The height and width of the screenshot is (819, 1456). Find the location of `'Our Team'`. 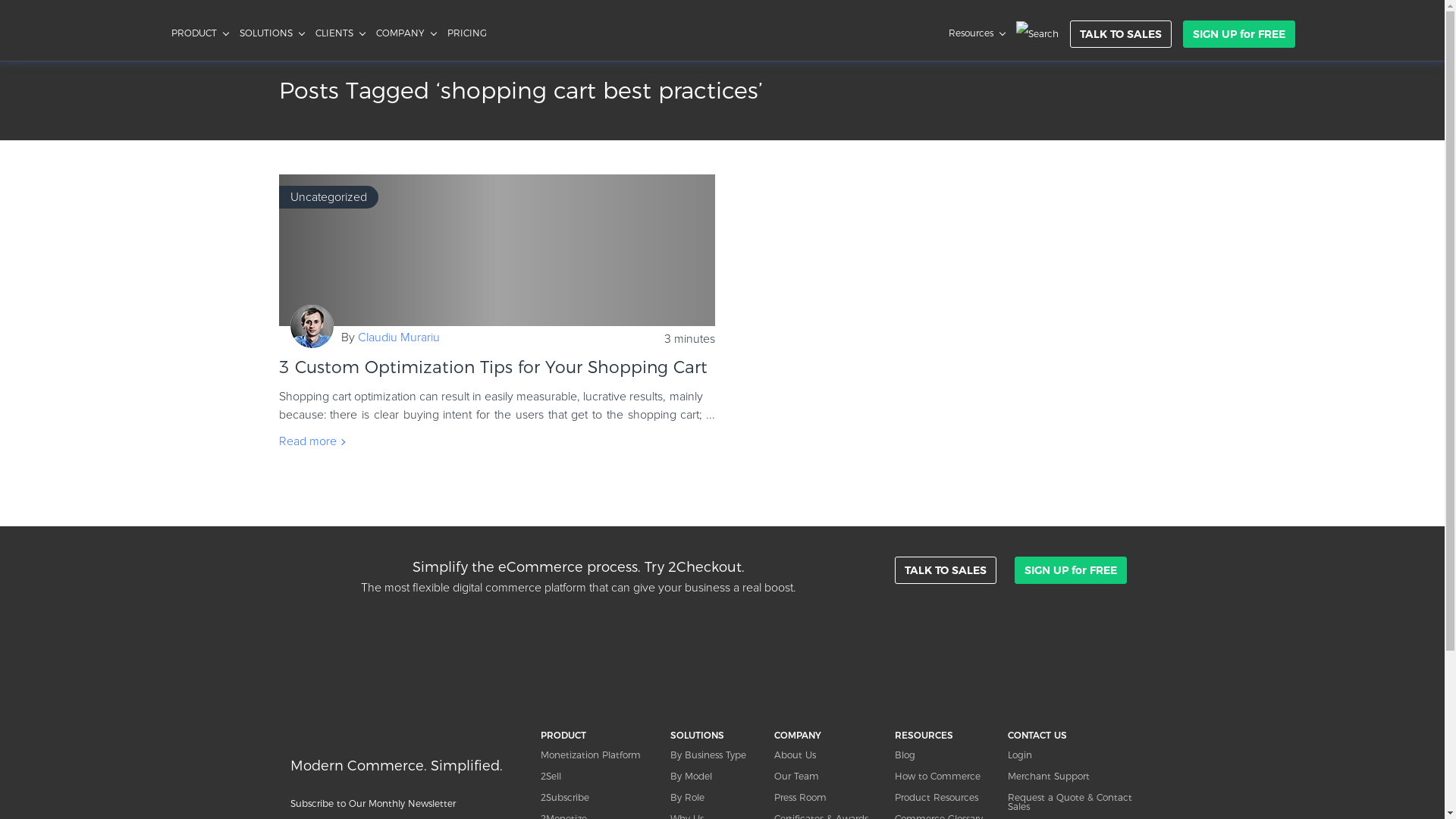

'Our Team' is located at coordinates (825, 776).